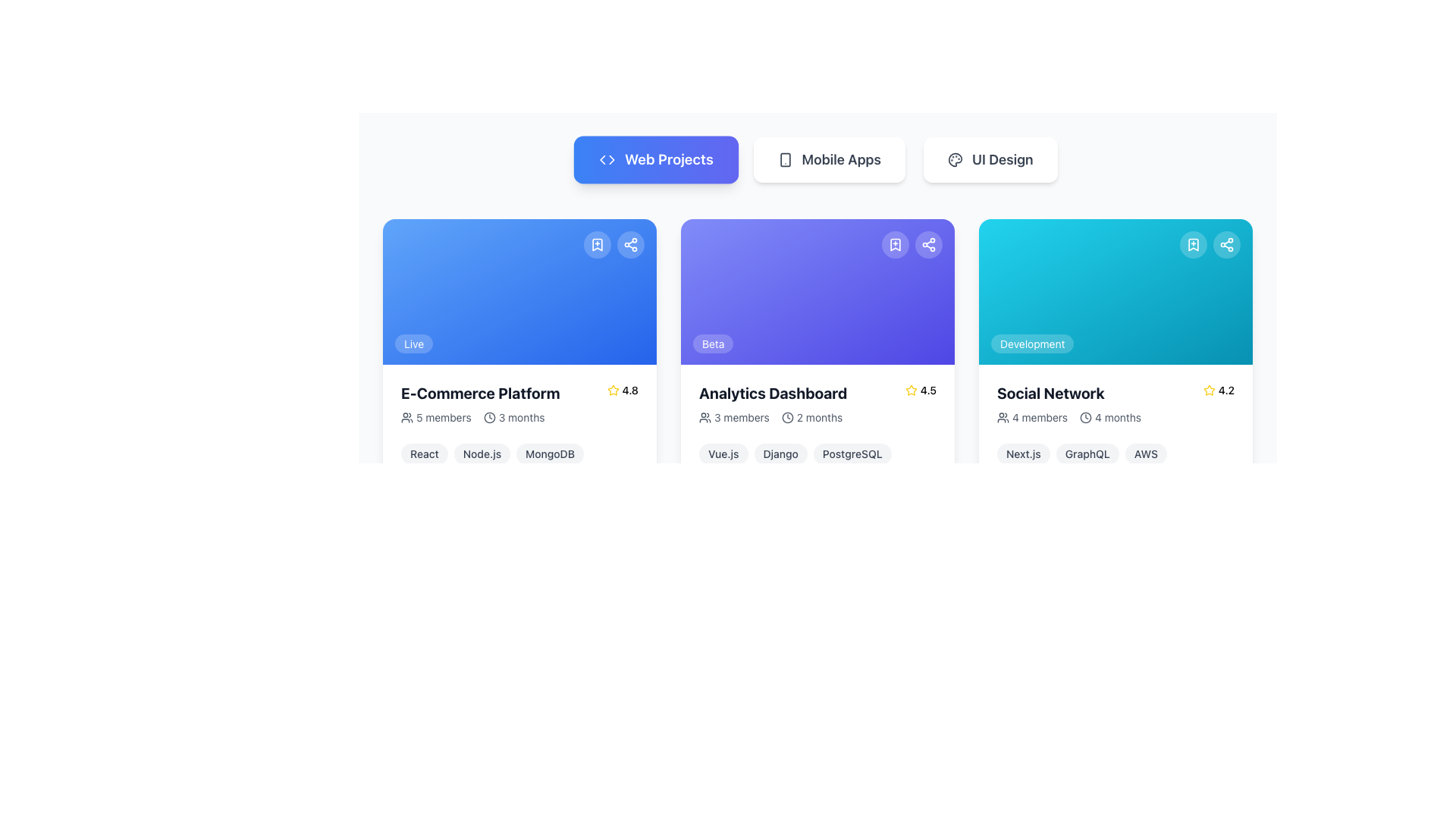 Image resolution: width=1456 pixels, height=819 pixels. I want to click on the interactive tags in the Component tag group representing 'Vue.js', 'Django', and 'PostgreSQL' located in the 'Analytics Dashboard' card, positioned under the '3 members | 2 months' line, so click(817, 453).